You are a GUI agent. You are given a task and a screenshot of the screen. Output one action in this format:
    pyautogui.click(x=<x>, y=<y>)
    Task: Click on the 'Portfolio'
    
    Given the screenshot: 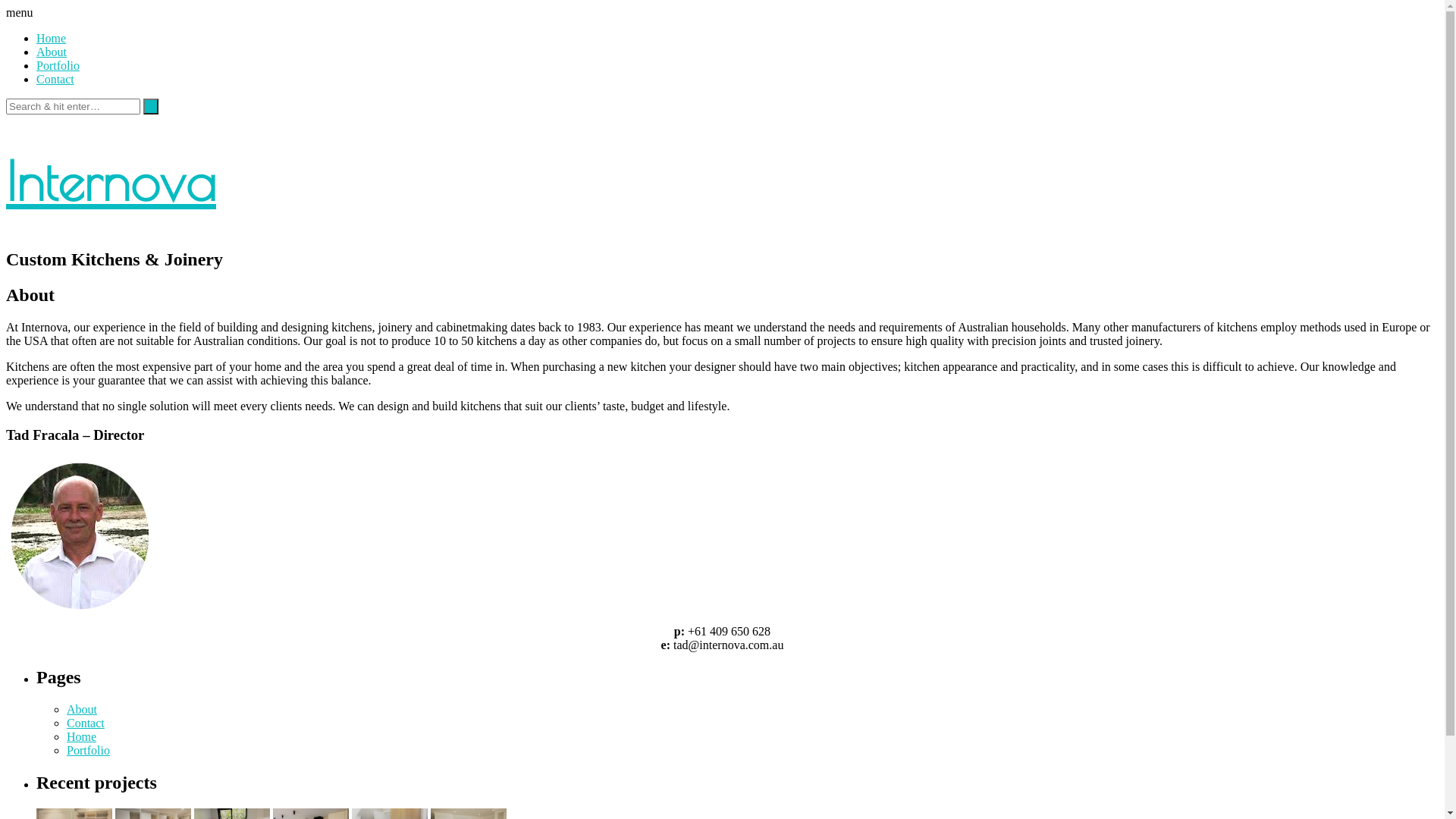 What is the action you would take?
    pyautogui.click(x=58, y=64)
    